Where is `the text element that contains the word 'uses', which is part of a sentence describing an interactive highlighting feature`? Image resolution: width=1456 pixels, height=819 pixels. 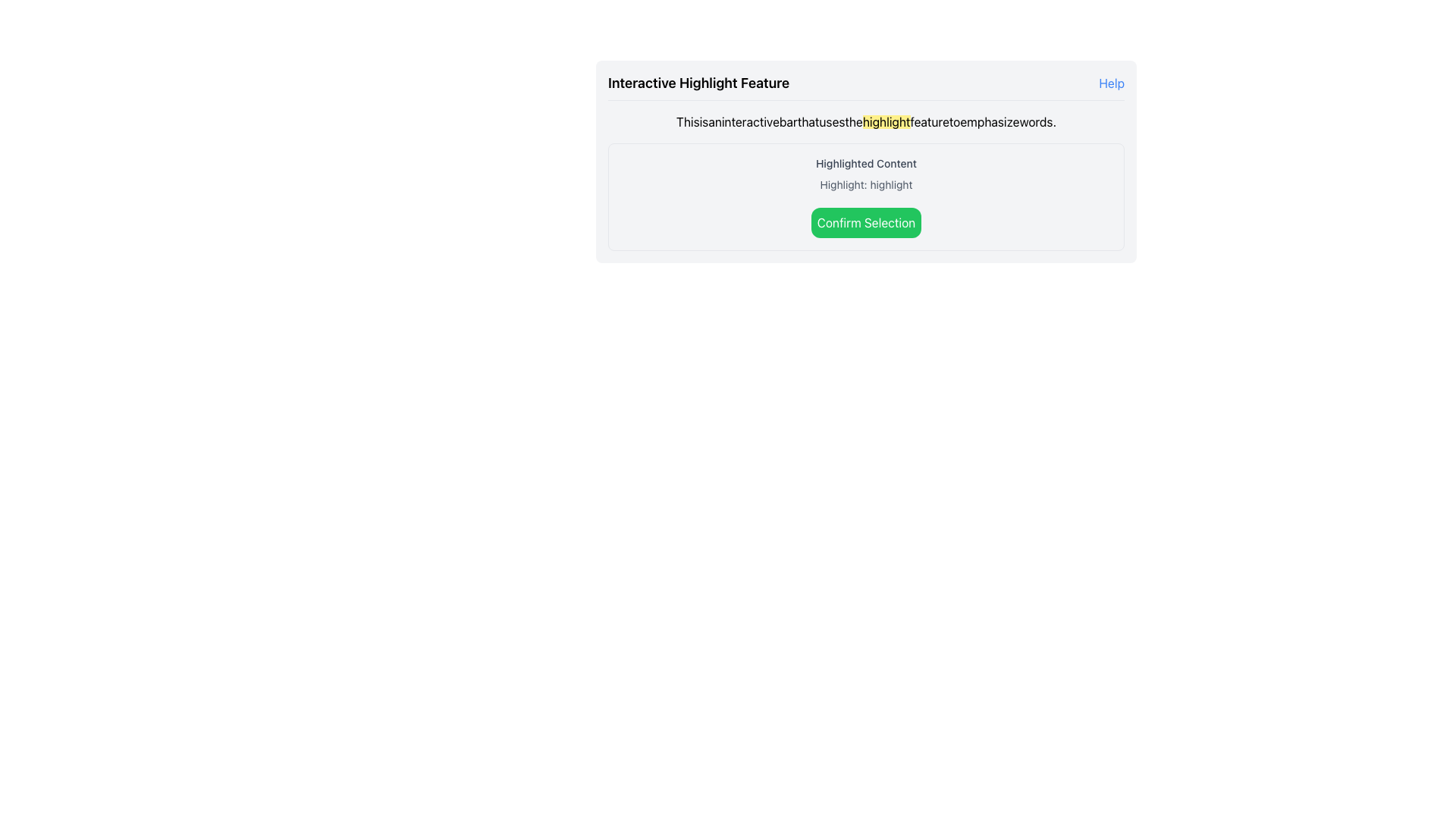
the text element that contains the word 'uses', which is part of a sentence describing an interactive highlighting feature is located at coordinates (831, 121).